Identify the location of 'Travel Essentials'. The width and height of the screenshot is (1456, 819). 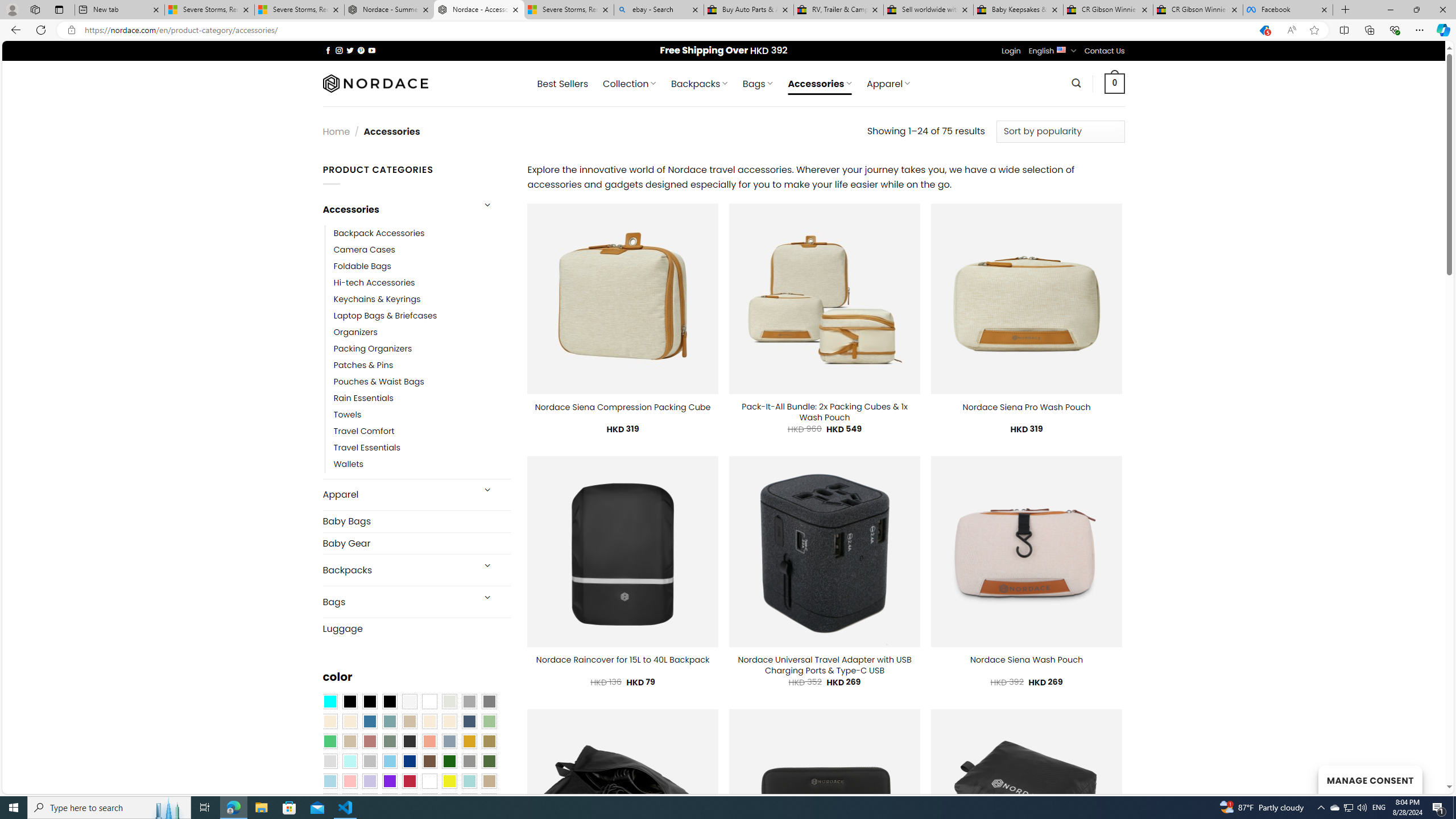
(421, 448).